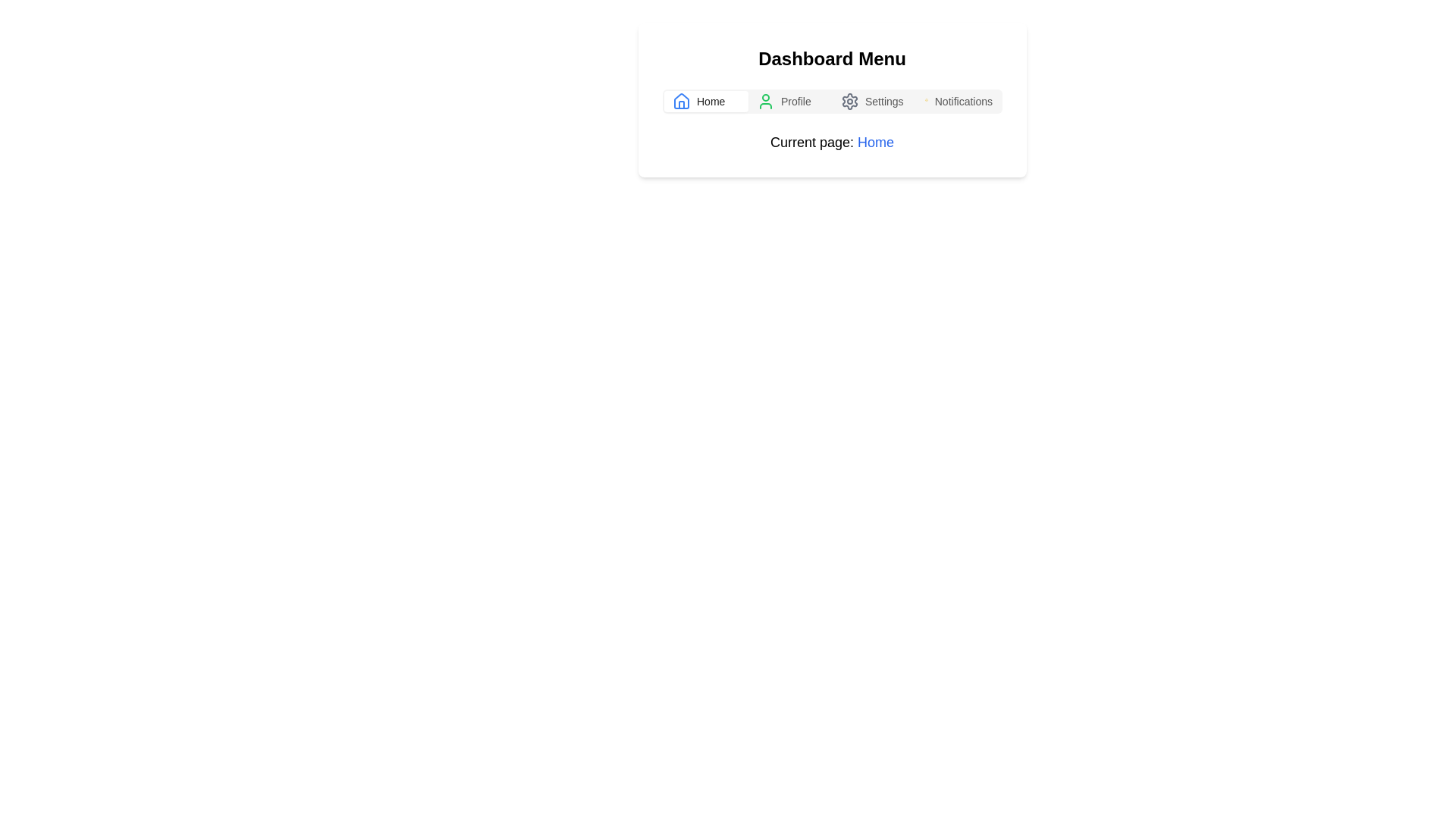  I want to click on the 'Home' navigation tab located in the top-center of the interface, so click(705, 102).